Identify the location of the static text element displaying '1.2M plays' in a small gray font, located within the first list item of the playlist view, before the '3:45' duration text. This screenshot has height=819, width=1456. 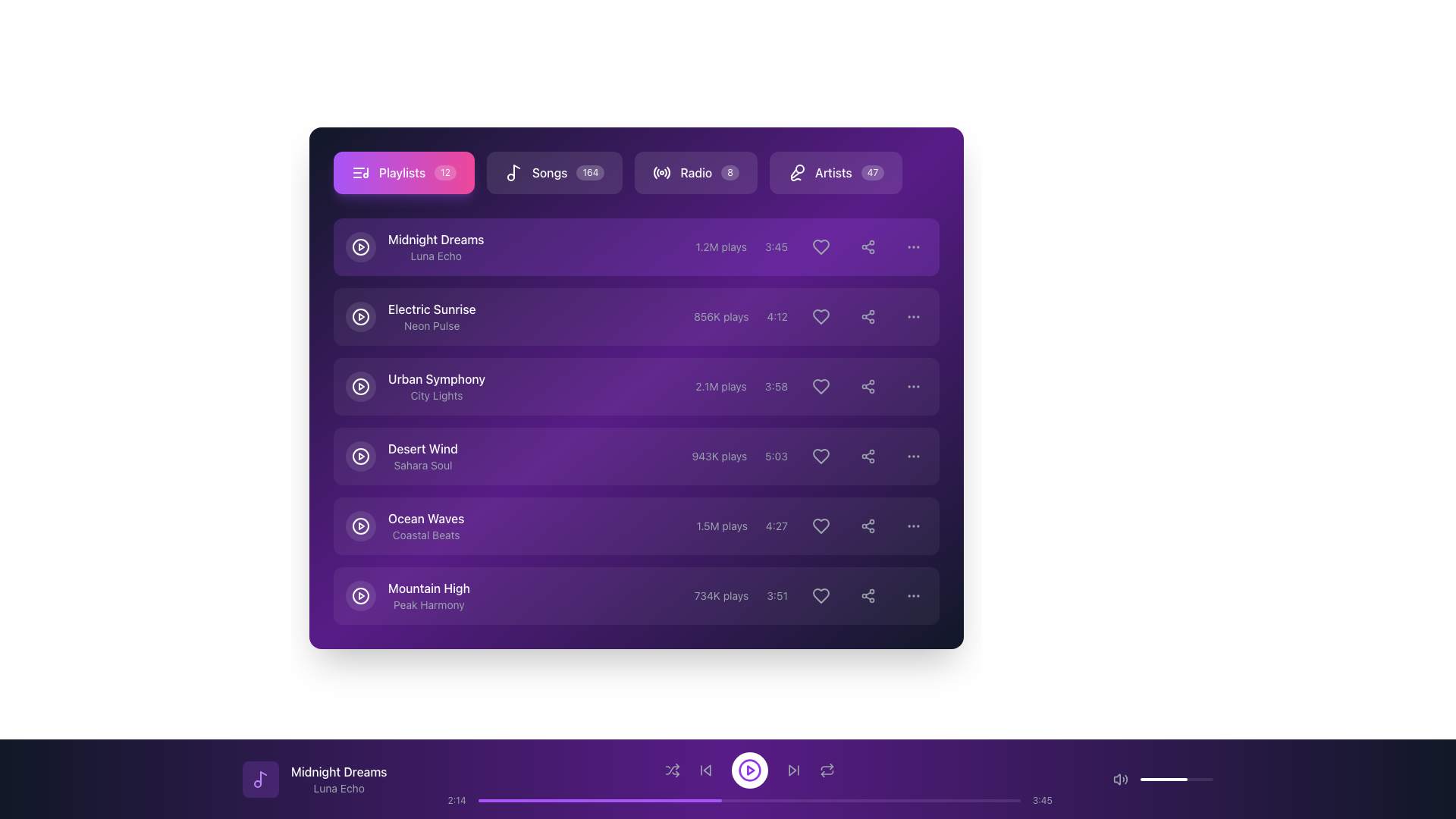
(720, 246).